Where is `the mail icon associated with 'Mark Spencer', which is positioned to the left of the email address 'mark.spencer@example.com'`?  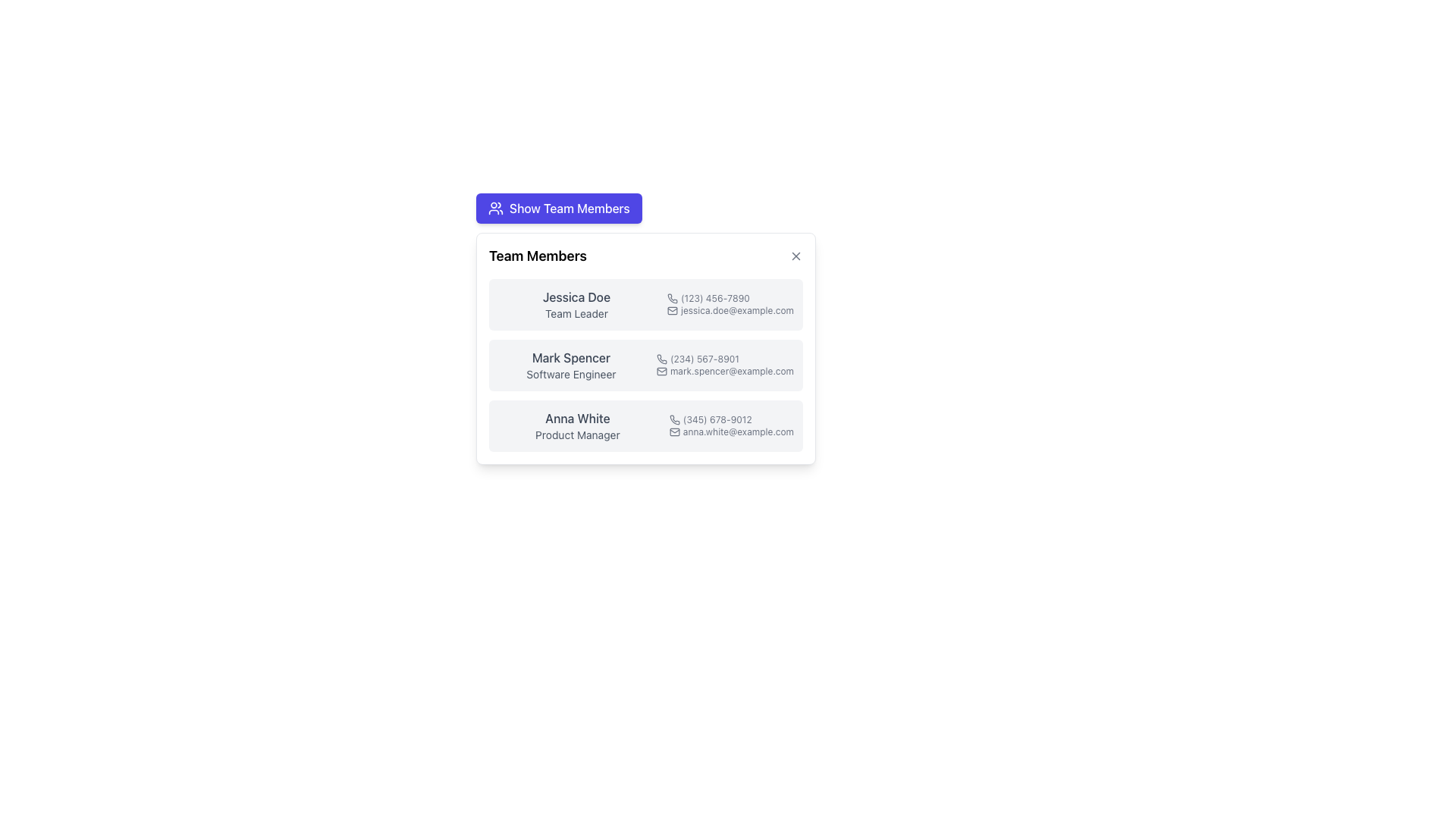 the mail icon associated with 'Mark Spencer', which is positioned to the left of the email address 'mark.spencer@example.com' is located at coordinates (661, 371).